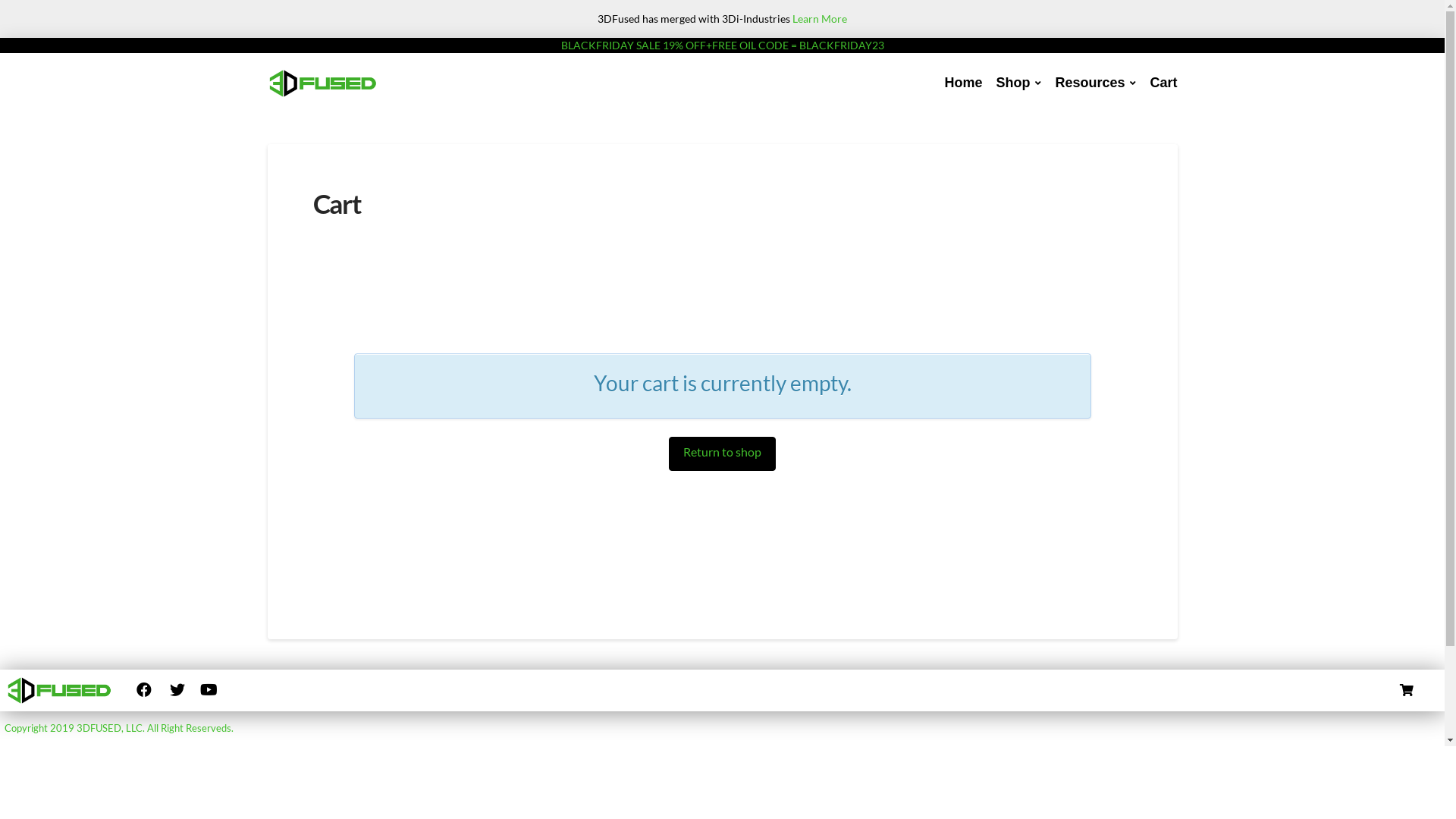  I want to click on 'Home', so click(962, 83).